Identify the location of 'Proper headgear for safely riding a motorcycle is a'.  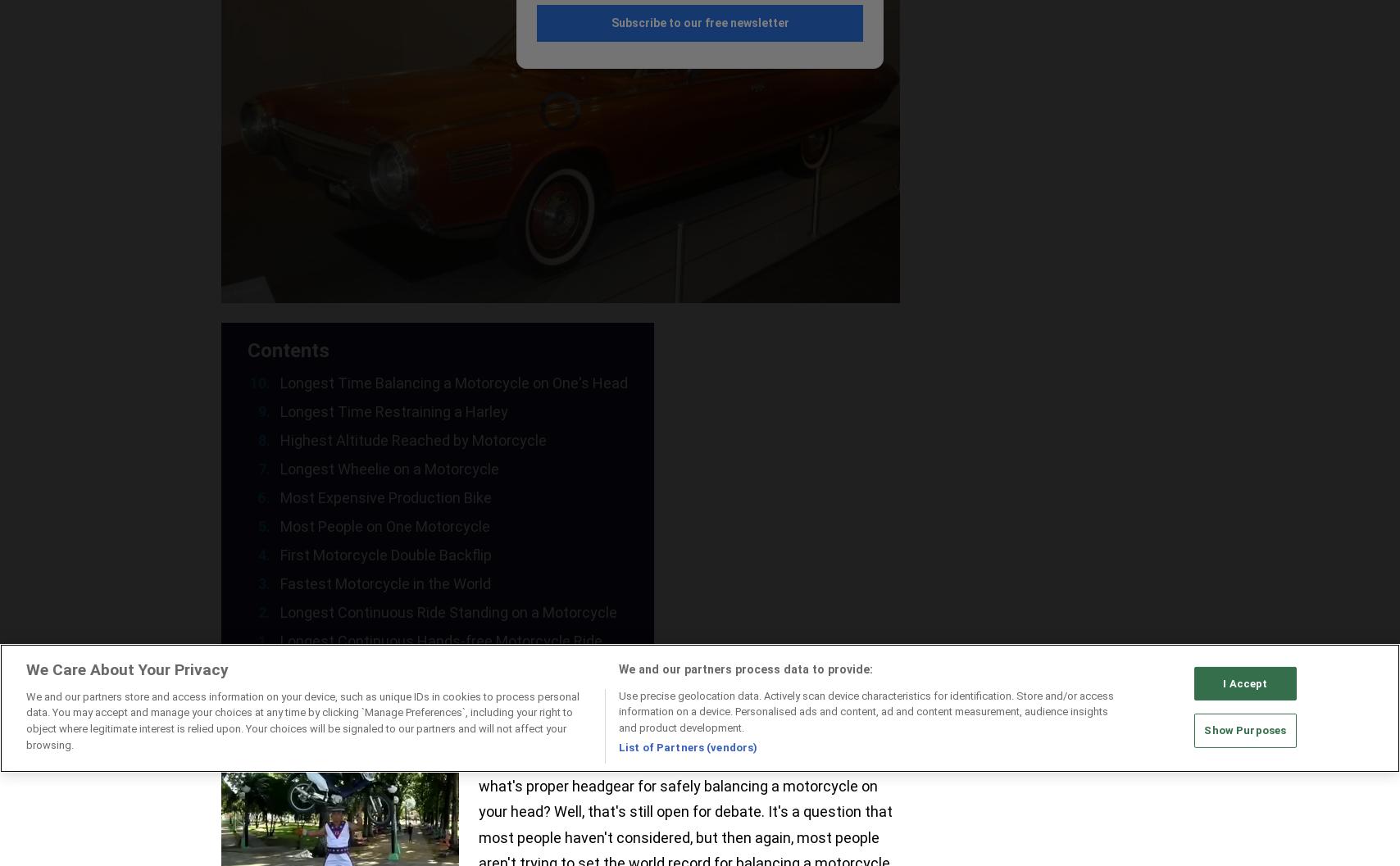
(478, 759).